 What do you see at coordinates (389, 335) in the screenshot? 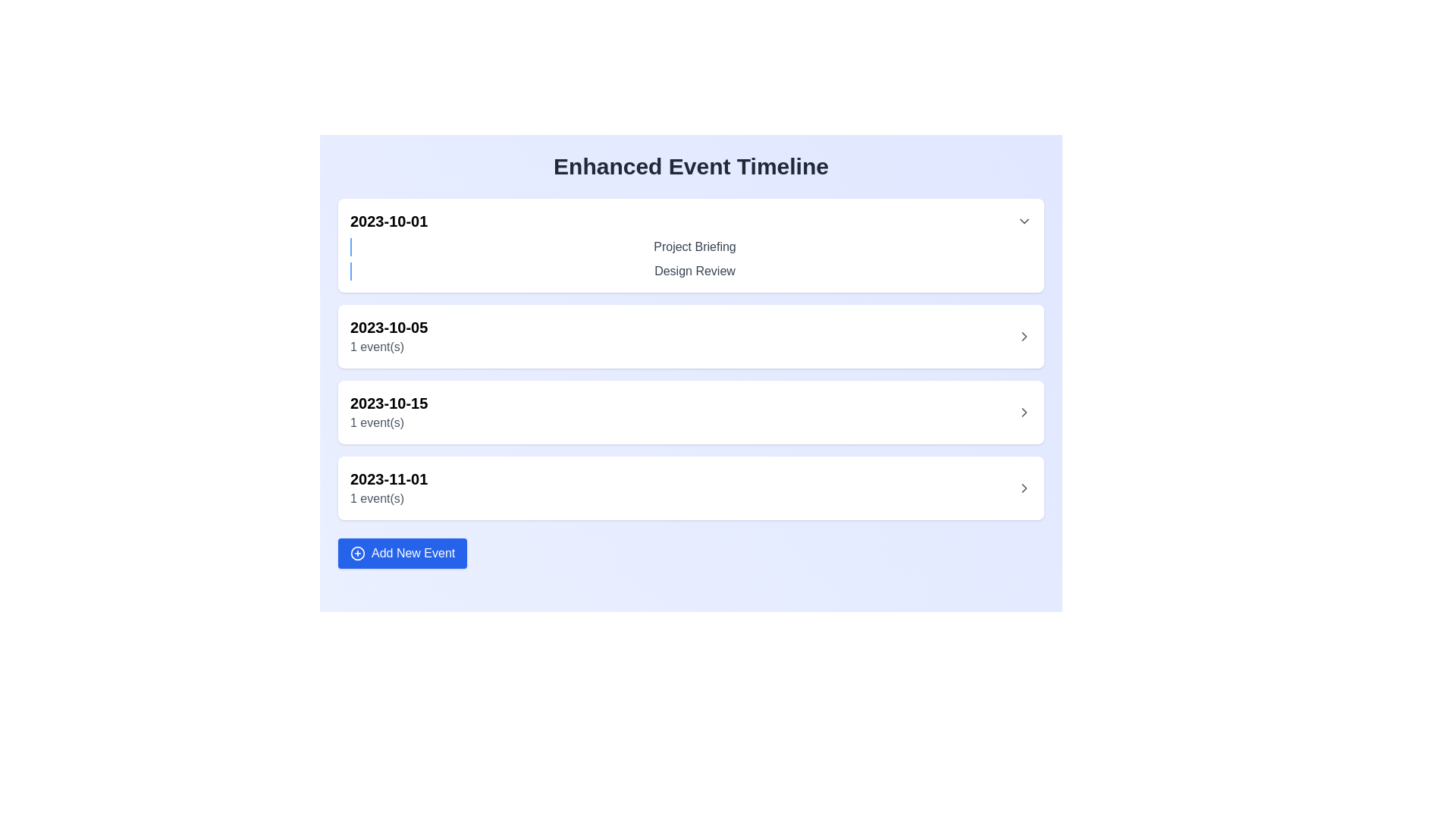
I see `the text block displaying the date '2023-10-05' and the event count '1 event(s)', which is positioned as the second entry in a vertical list` at bounding box center [389, 335].